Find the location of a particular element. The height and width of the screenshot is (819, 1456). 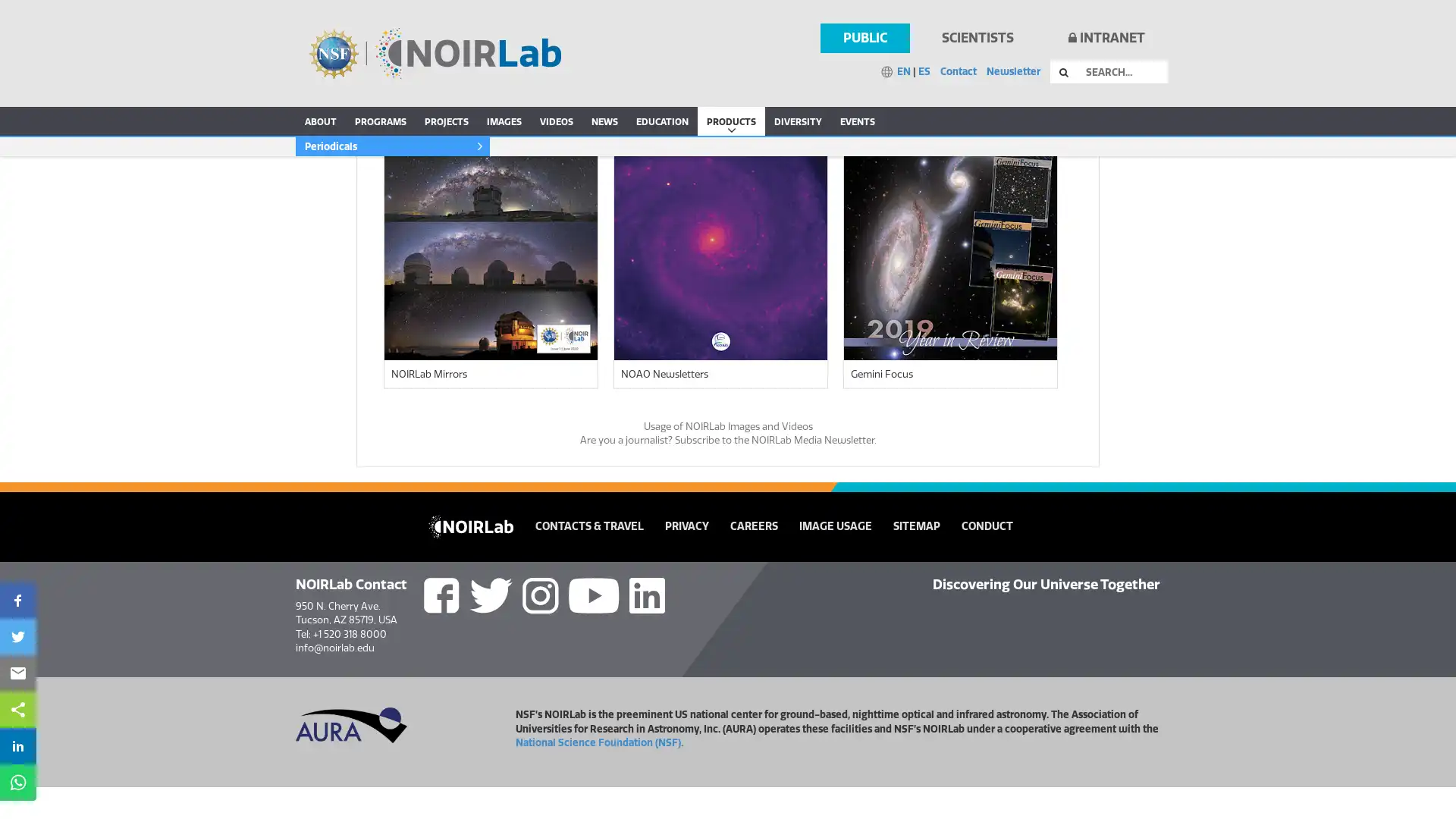

PUBLIC is located at coordinates (864, 37).